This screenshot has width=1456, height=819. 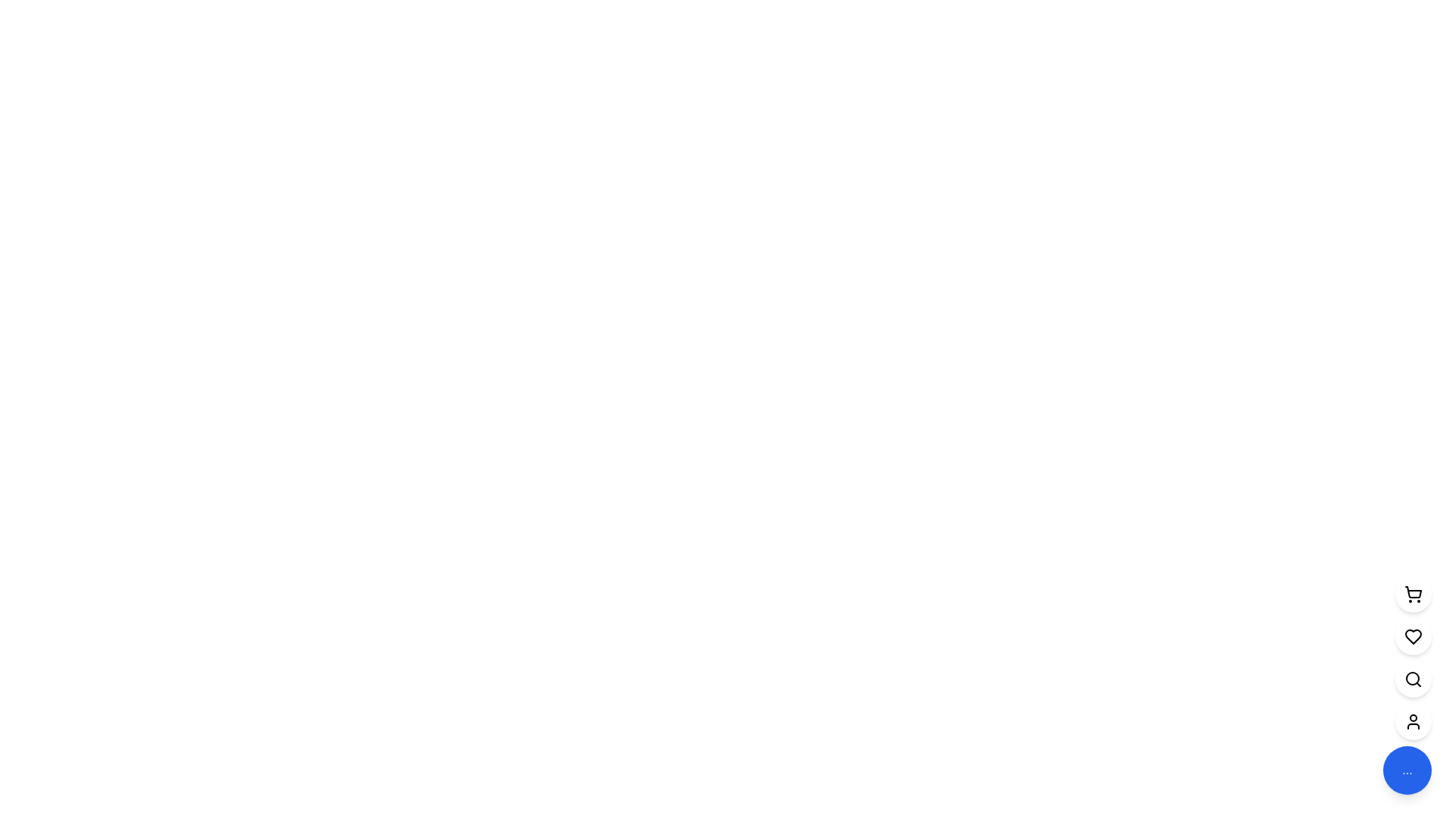 I want to click on the user icon, which is a minimalistic person silhouette within a circular button on the vertical navigation bar, so click(x=1412, y=721).